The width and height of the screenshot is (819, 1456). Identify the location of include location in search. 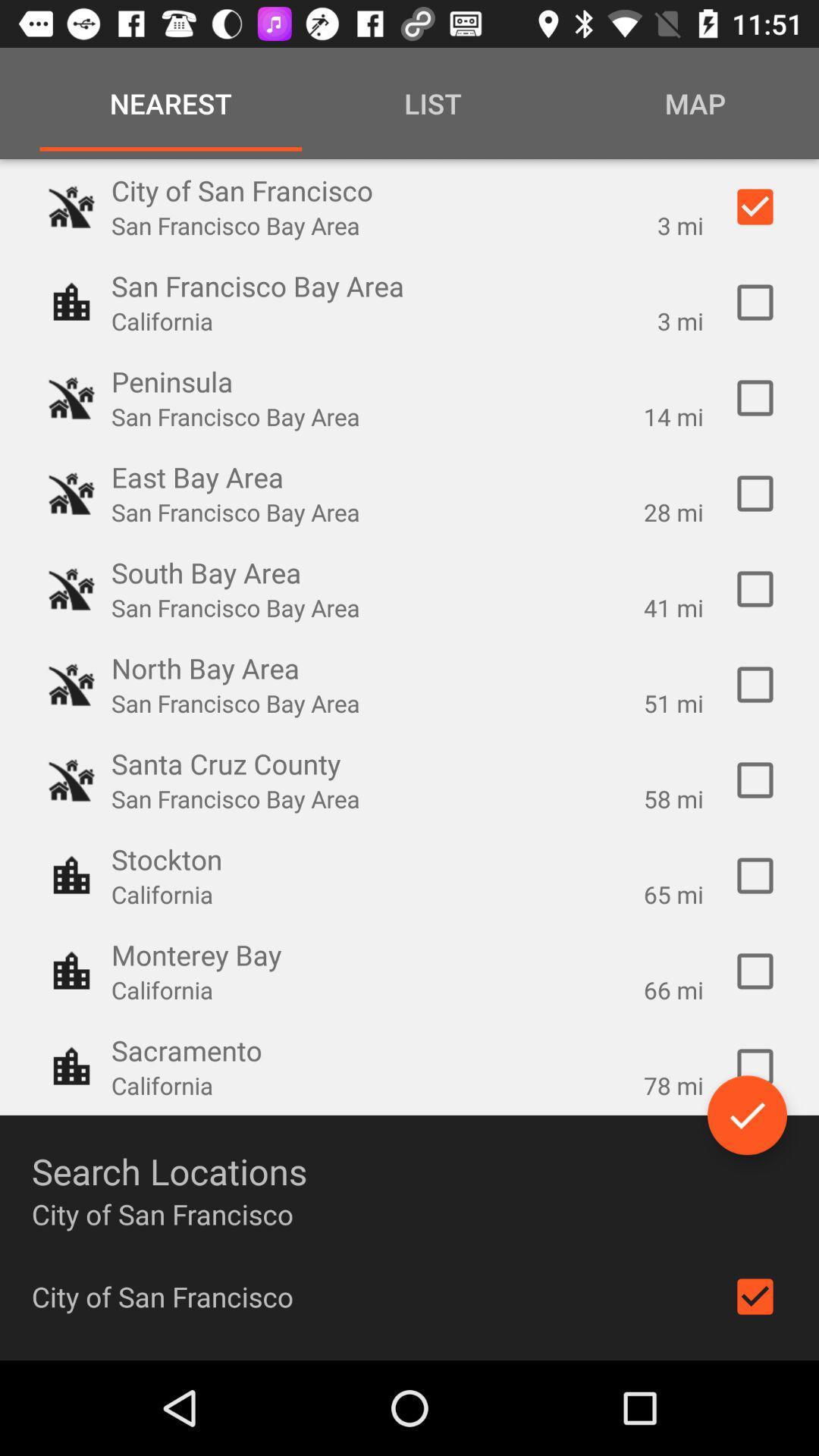
(755, 1295).